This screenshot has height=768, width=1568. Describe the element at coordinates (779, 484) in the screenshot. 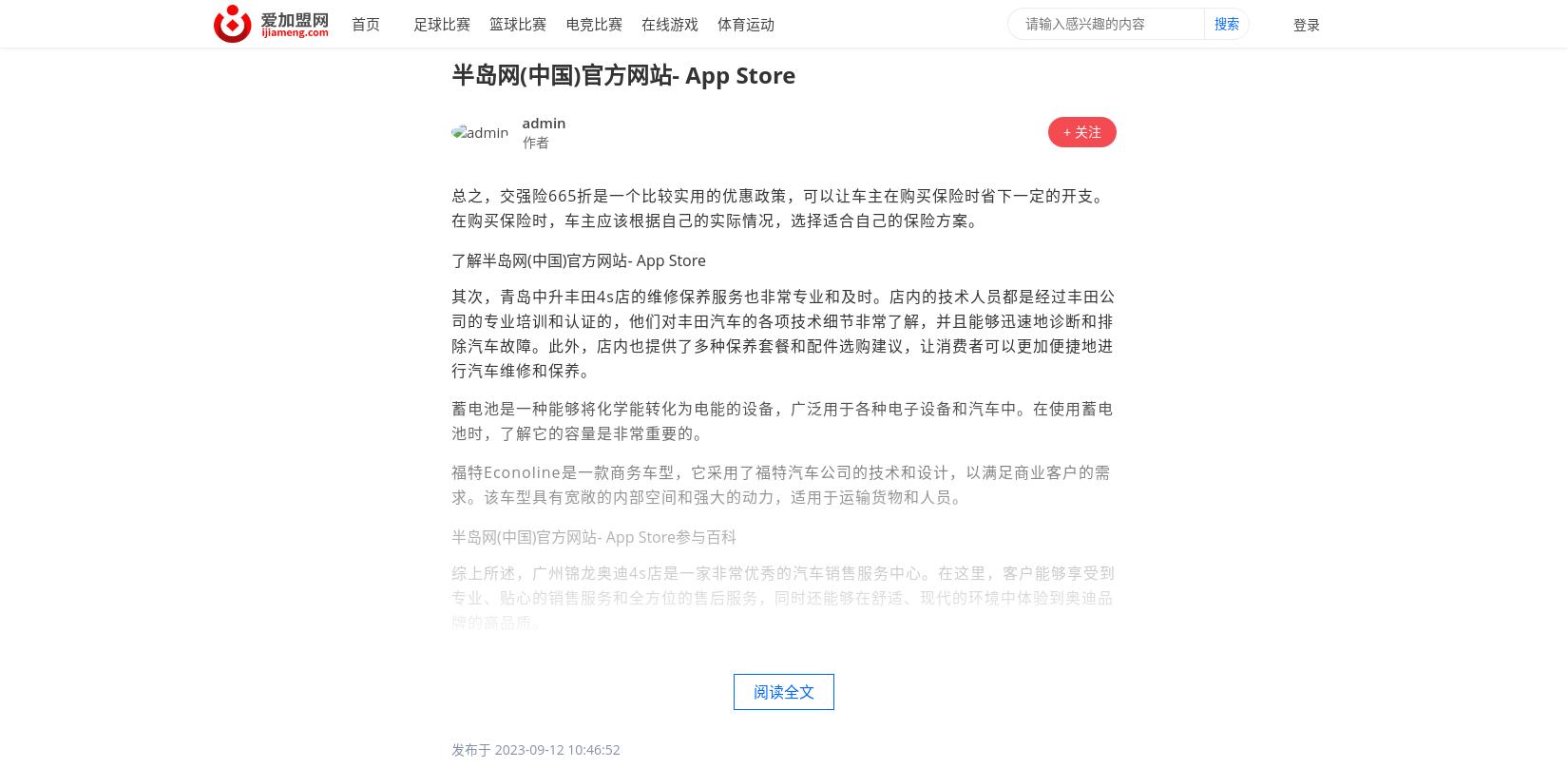

I see `'福特Econoline是一款商务车型，它采用了福特汽车公司的技术和设计，以满足商业客户的需求。该车型具有宽敞的内部空间和强大的动力，适用于运输货物和人员。'` at that location.